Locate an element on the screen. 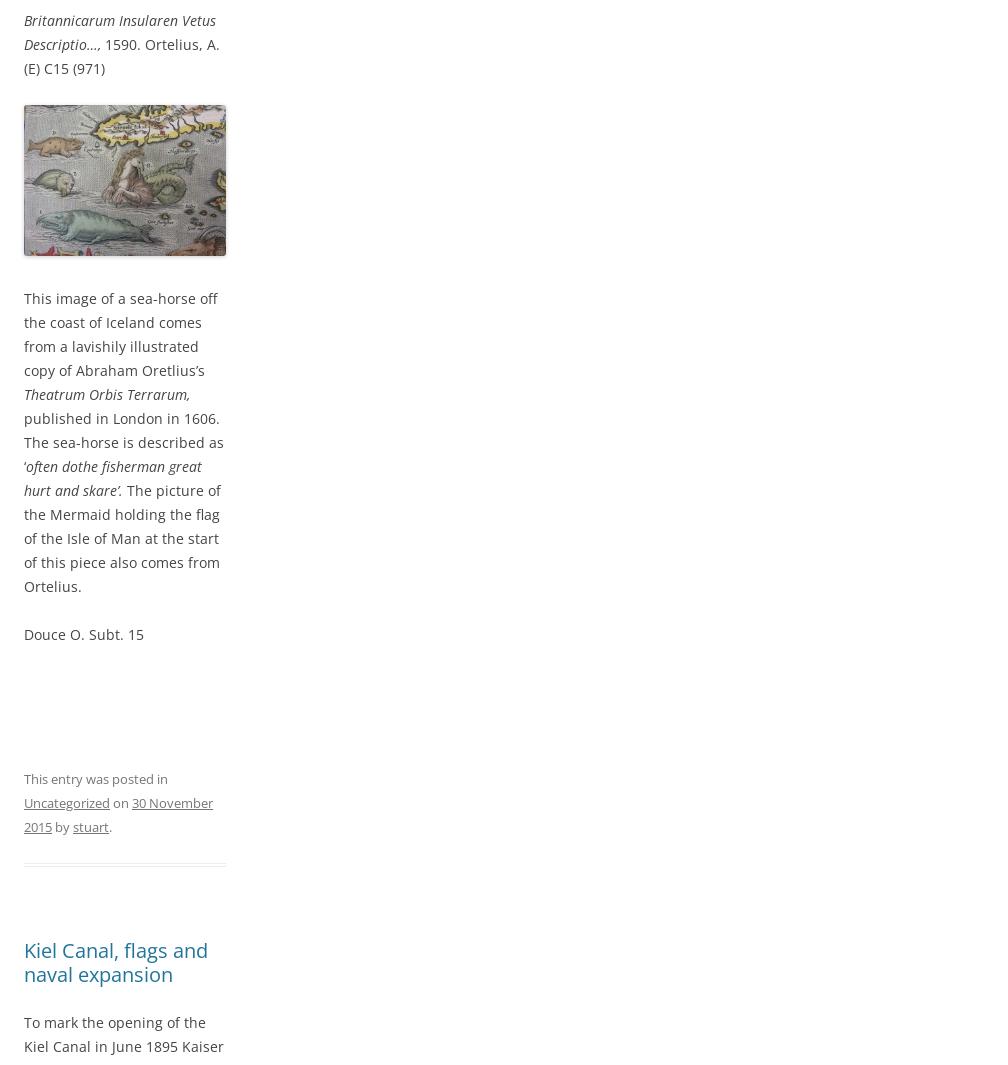  'This image of a sea-horse off the coast of Iceland comes from a lavishily illustrated copy of Abraham Oretlius’s' is located at coordinates (120, 333).